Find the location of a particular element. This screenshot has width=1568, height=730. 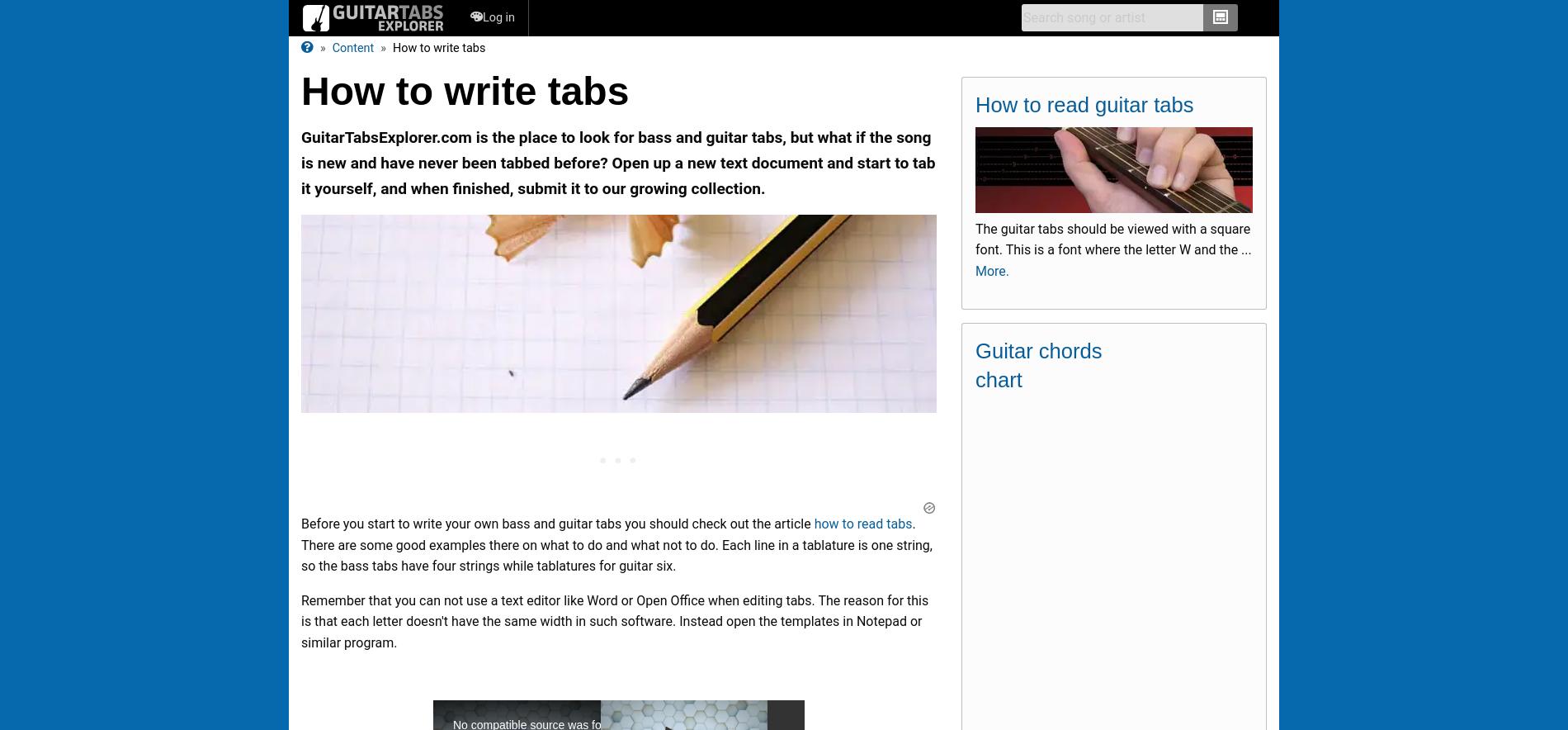

'Guitar chords chart' is located at coordinates (1037, 365).